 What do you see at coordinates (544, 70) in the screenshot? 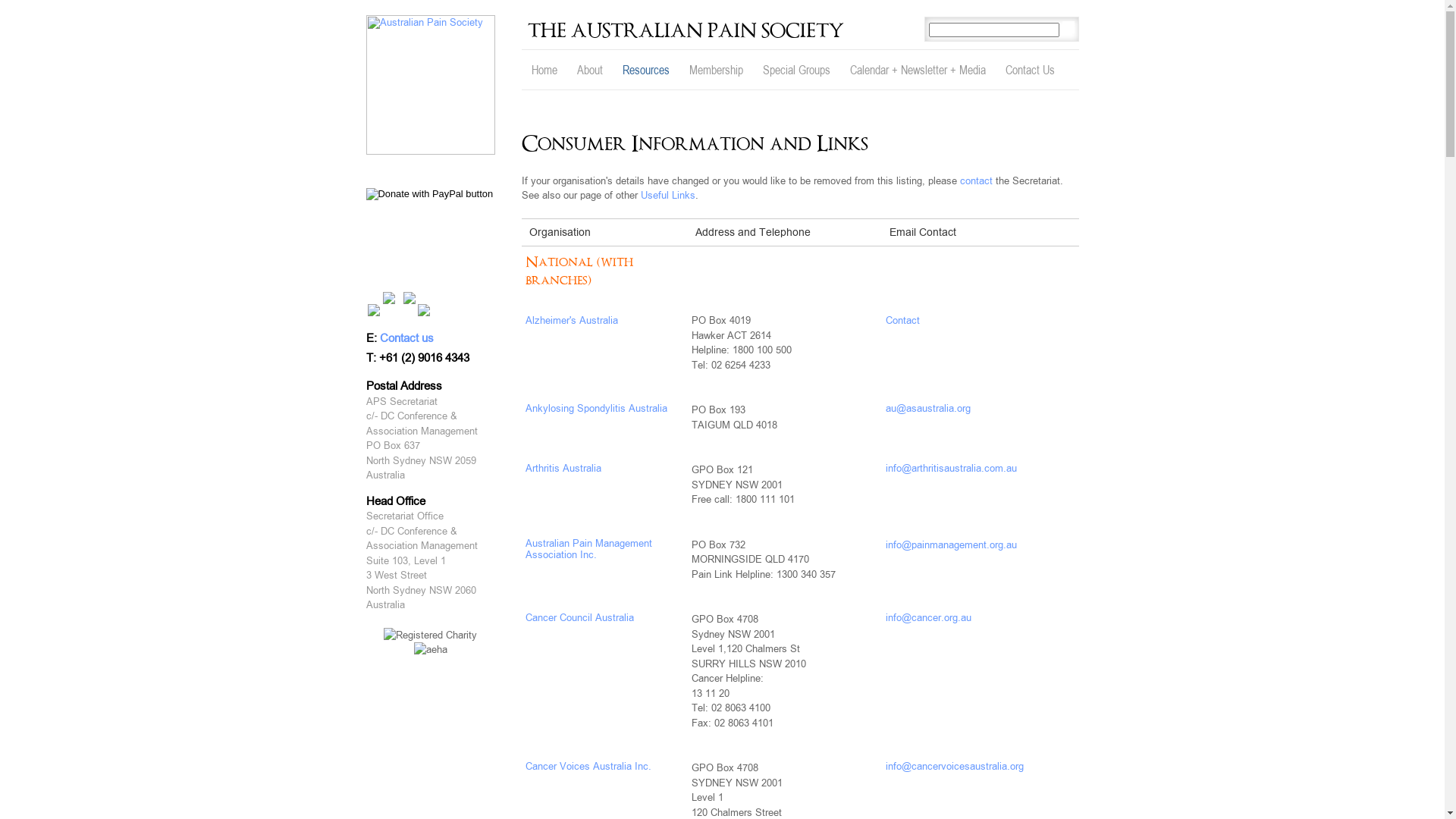
I see `'Home'` at bounding box center [544, 70].